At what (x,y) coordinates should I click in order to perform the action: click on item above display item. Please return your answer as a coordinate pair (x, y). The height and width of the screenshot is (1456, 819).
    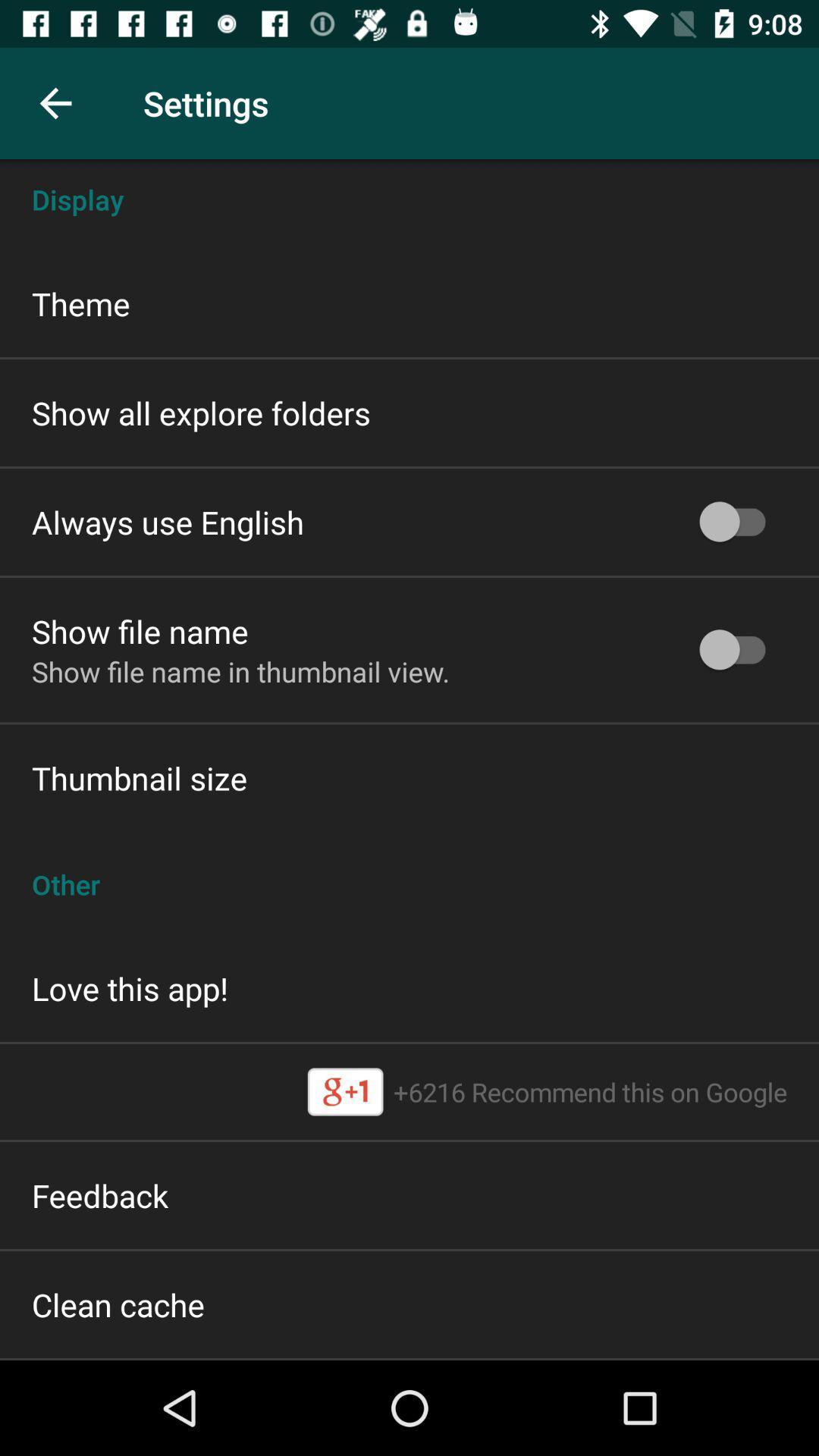
    Looking at the image, I should click on (55, 102).